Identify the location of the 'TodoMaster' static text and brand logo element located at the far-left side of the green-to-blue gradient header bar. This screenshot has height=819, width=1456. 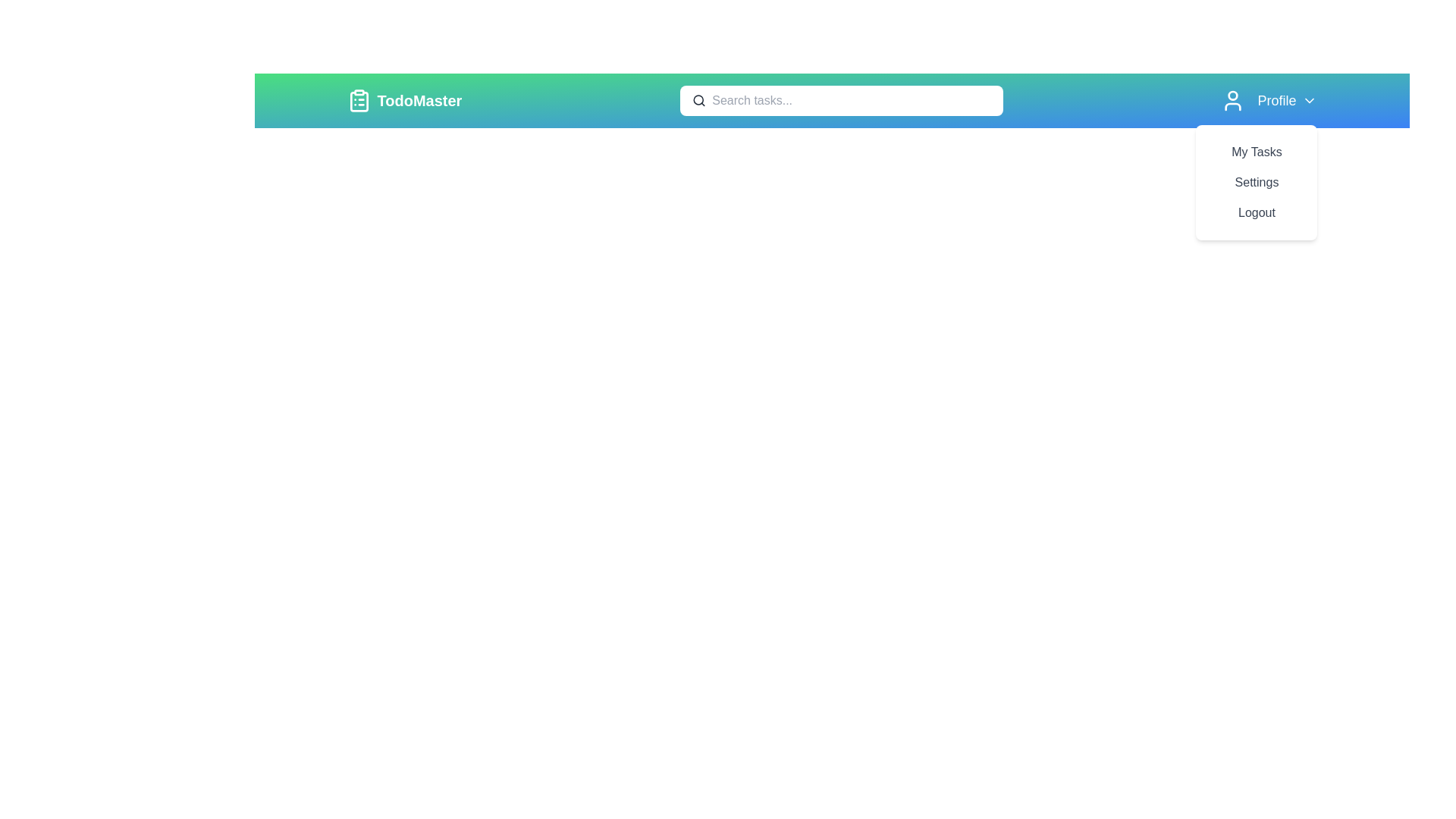
(404, 100).